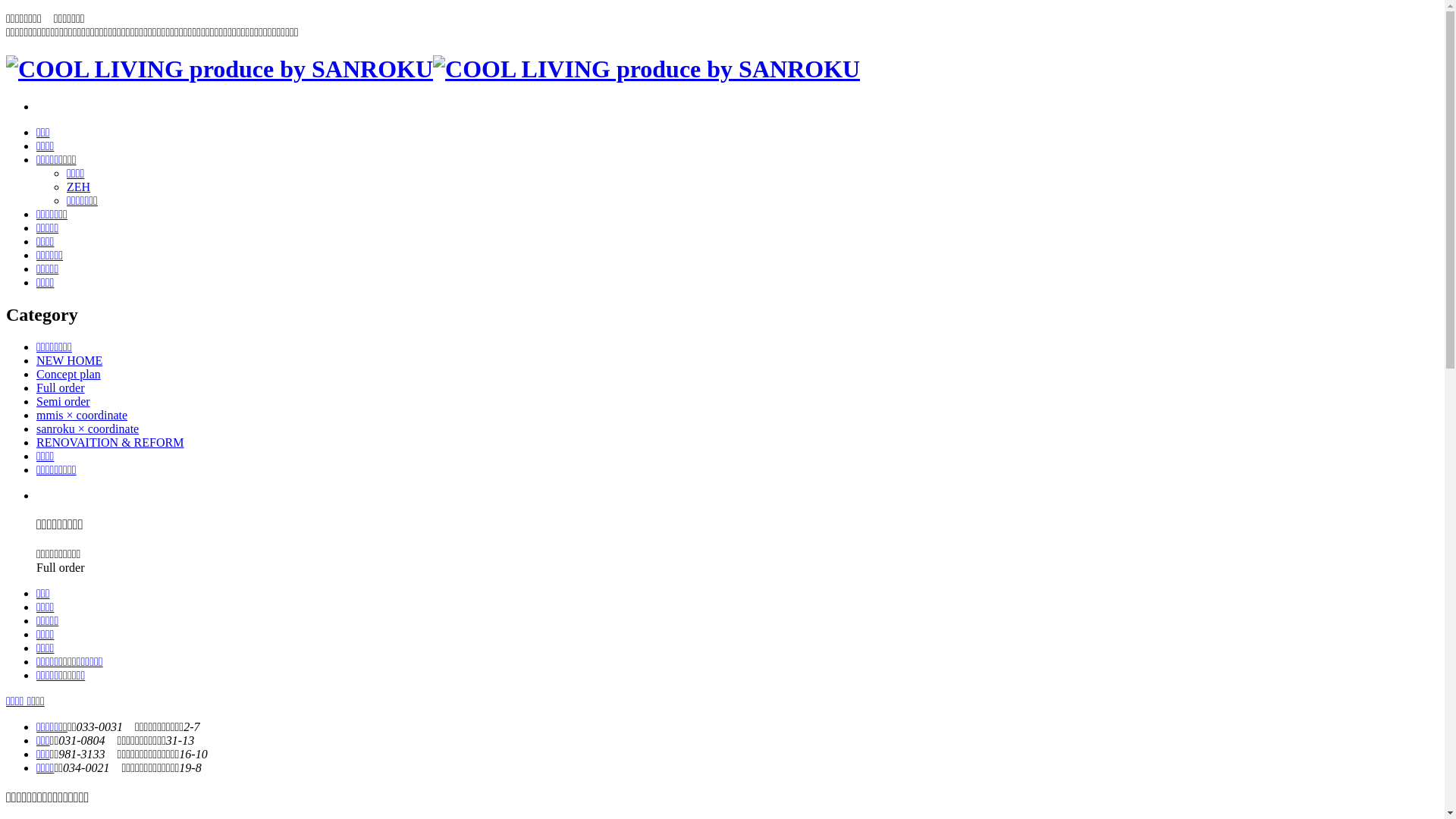 This screenshot has height=819, width=1456. What do you see at coordinates (68, 360) in the screenshot?
I see `'NEW HOME'` at bounding box center [68, 360].